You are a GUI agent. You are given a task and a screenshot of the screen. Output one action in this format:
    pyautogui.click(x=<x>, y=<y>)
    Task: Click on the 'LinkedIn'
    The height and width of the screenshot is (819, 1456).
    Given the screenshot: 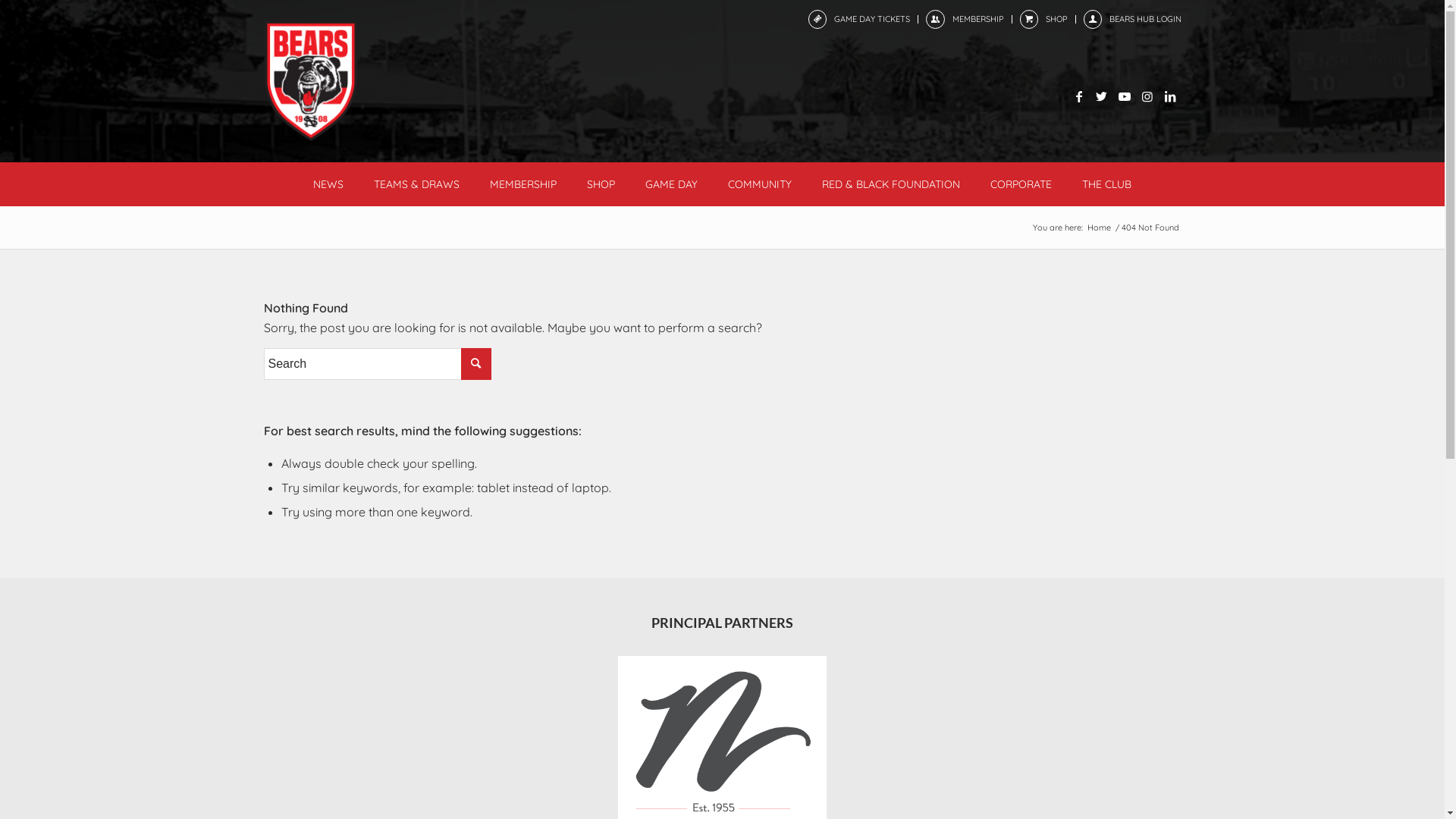 What is the action you would take?
    pyautogui.click(x=1169, y=96)
    